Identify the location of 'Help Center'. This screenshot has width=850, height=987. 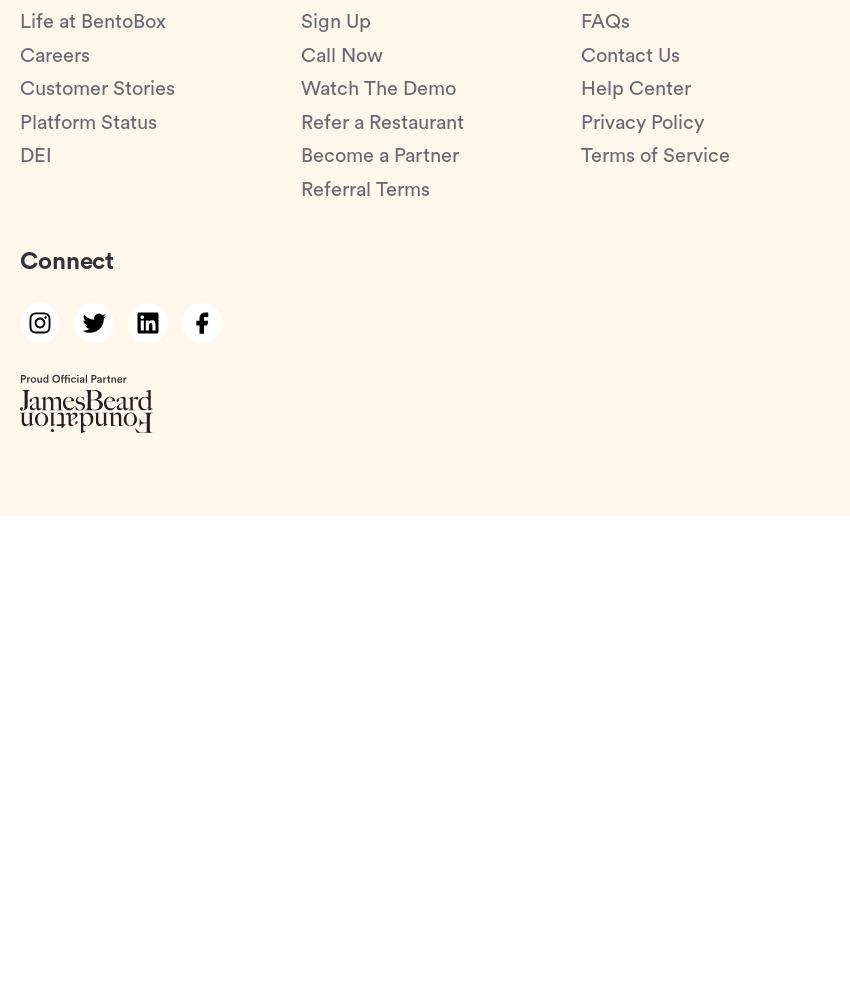
(634, 89).